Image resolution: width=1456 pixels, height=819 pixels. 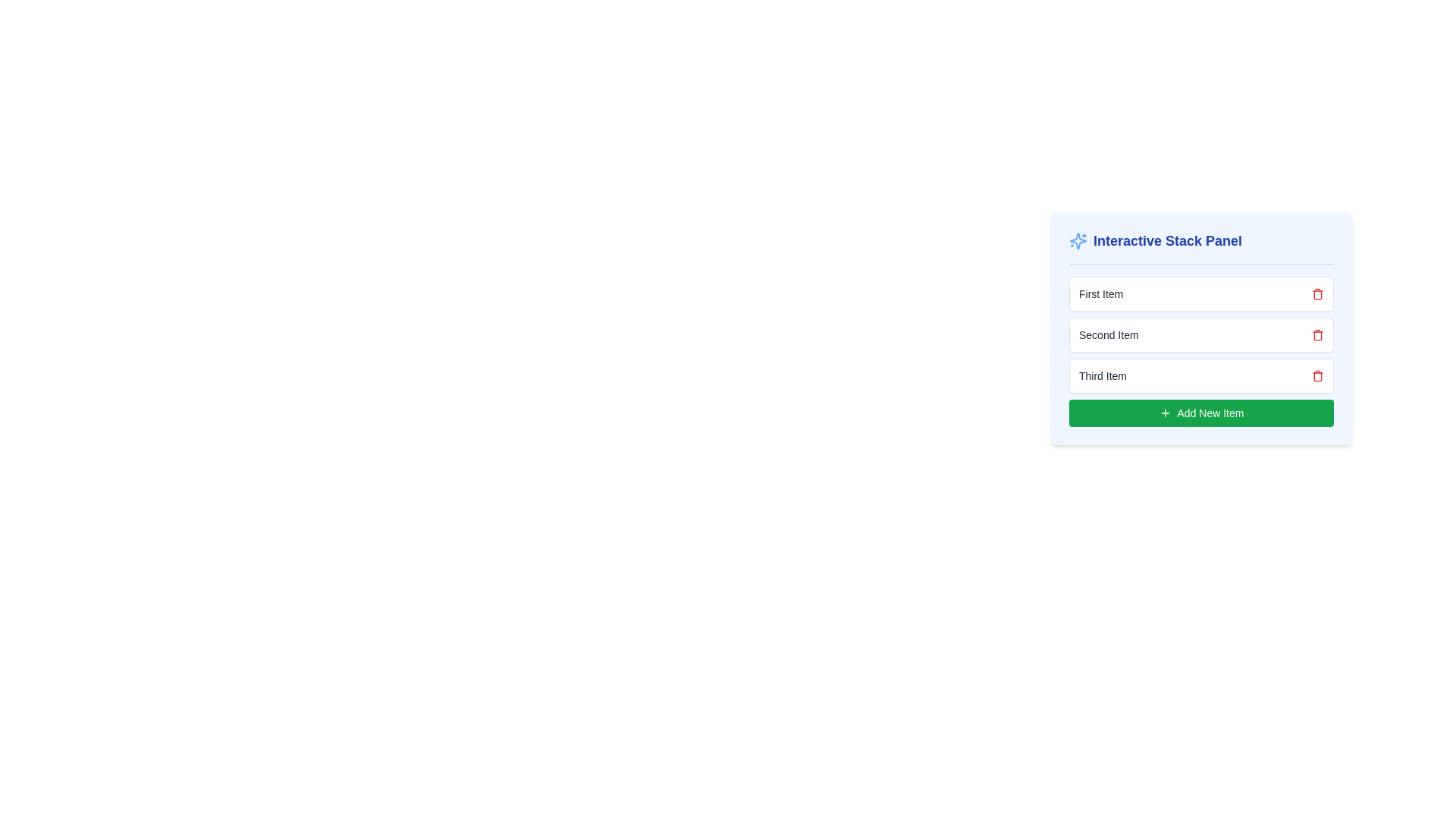 I want to click on the green 'plus' SVG icon located to the left of the 'Add New Item' button within the 'Interactive Stack Panel', so click(x=1164, y=413).